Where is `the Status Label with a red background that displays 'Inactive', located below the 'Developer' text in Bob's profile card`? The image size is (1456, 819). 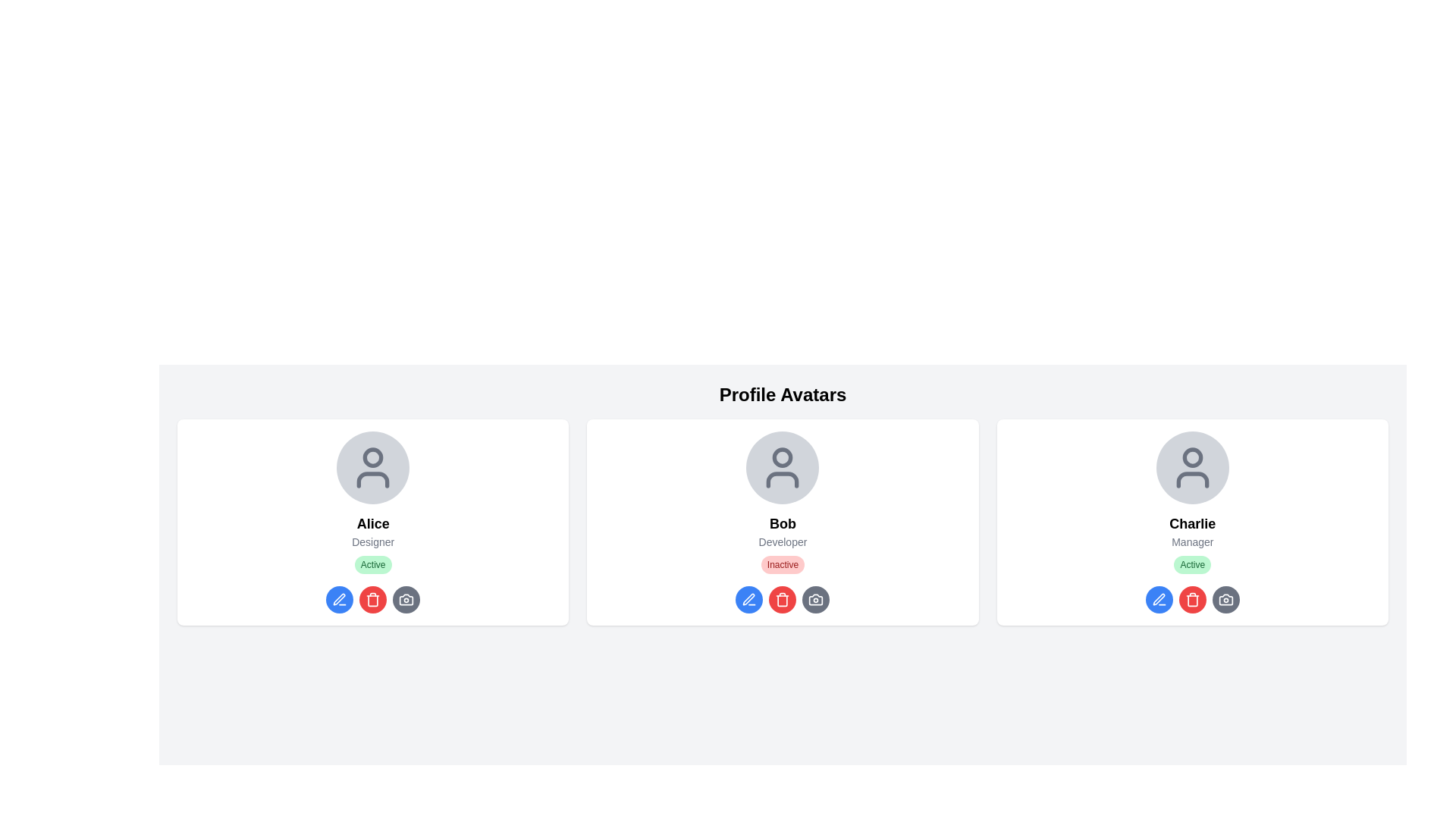 the Status Label with a red background that displays 'Inactive', located below the 'Developer' text in Bob's profile card is located at coordinates (783, 564).